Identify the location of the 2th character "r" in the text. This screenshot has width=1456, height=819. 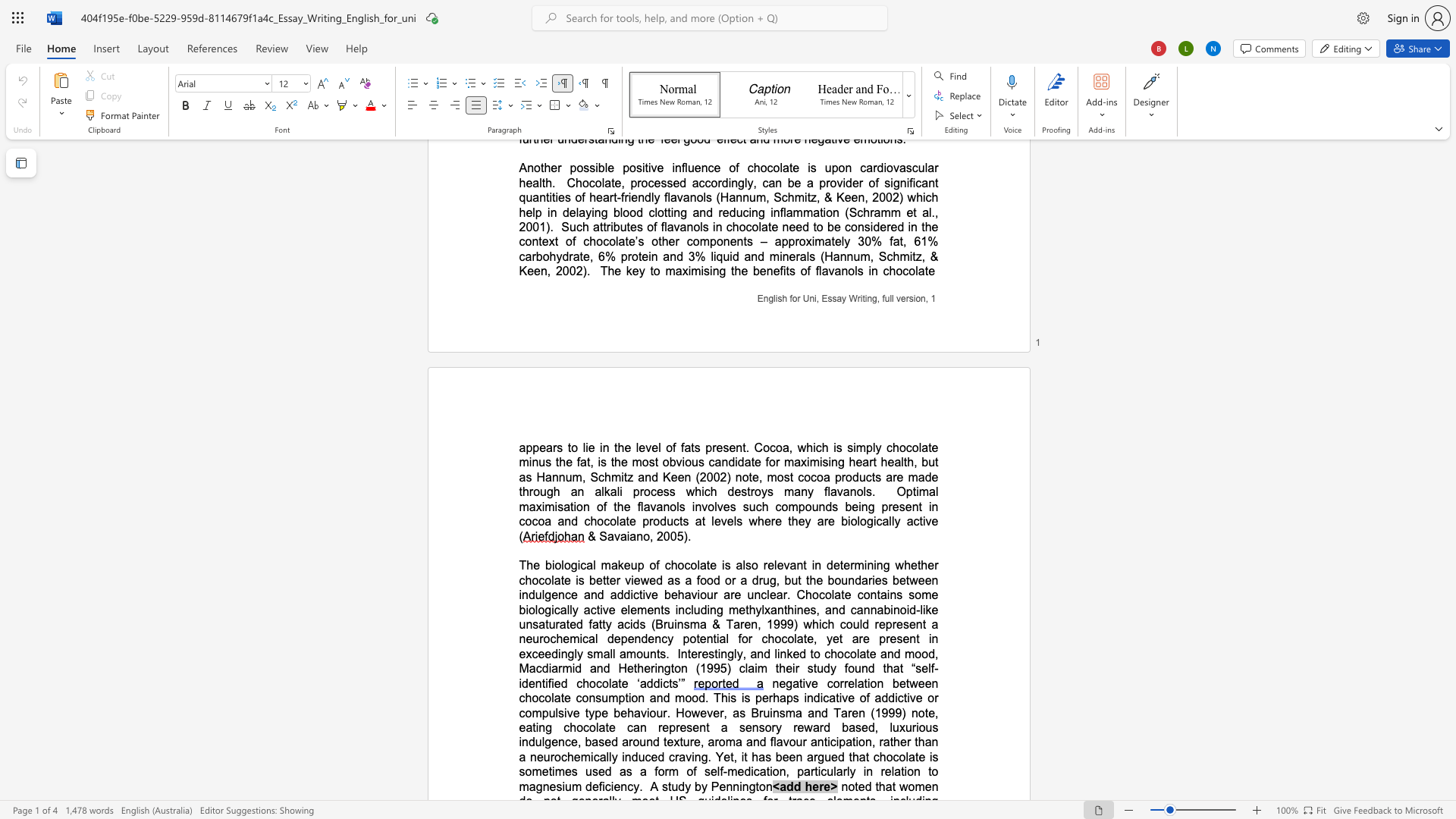
(750, 639).